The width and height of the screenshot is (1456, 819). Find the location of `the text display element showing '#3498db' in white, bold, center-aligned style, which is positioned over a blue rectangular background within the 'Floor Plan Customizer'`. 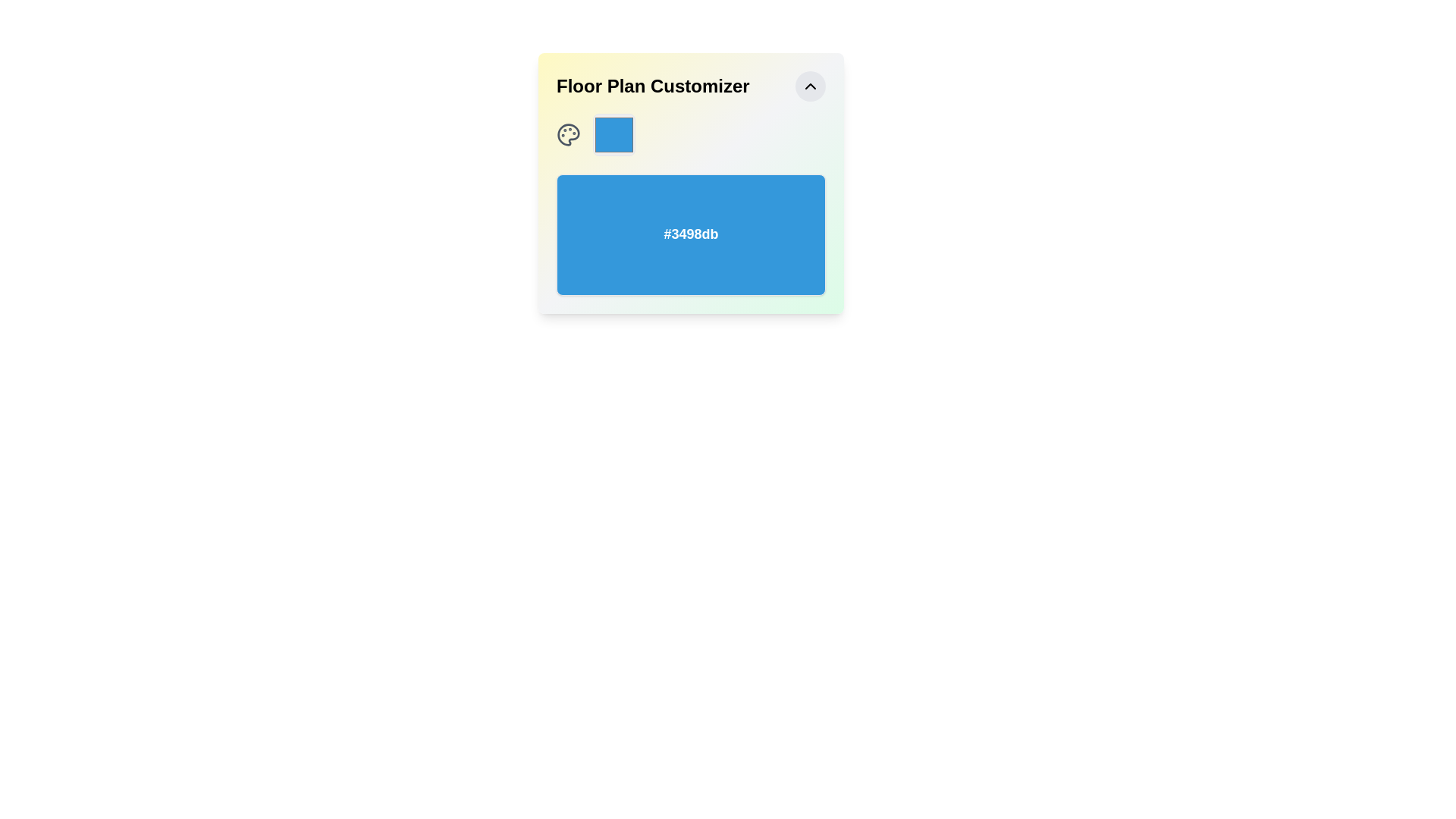

the text display element showing '#3498db' in white, bold, center-aligned style, which is positioned over a blue rectangular background within the 'Floor Plan Customizer' is located at coordinates (690, 234).